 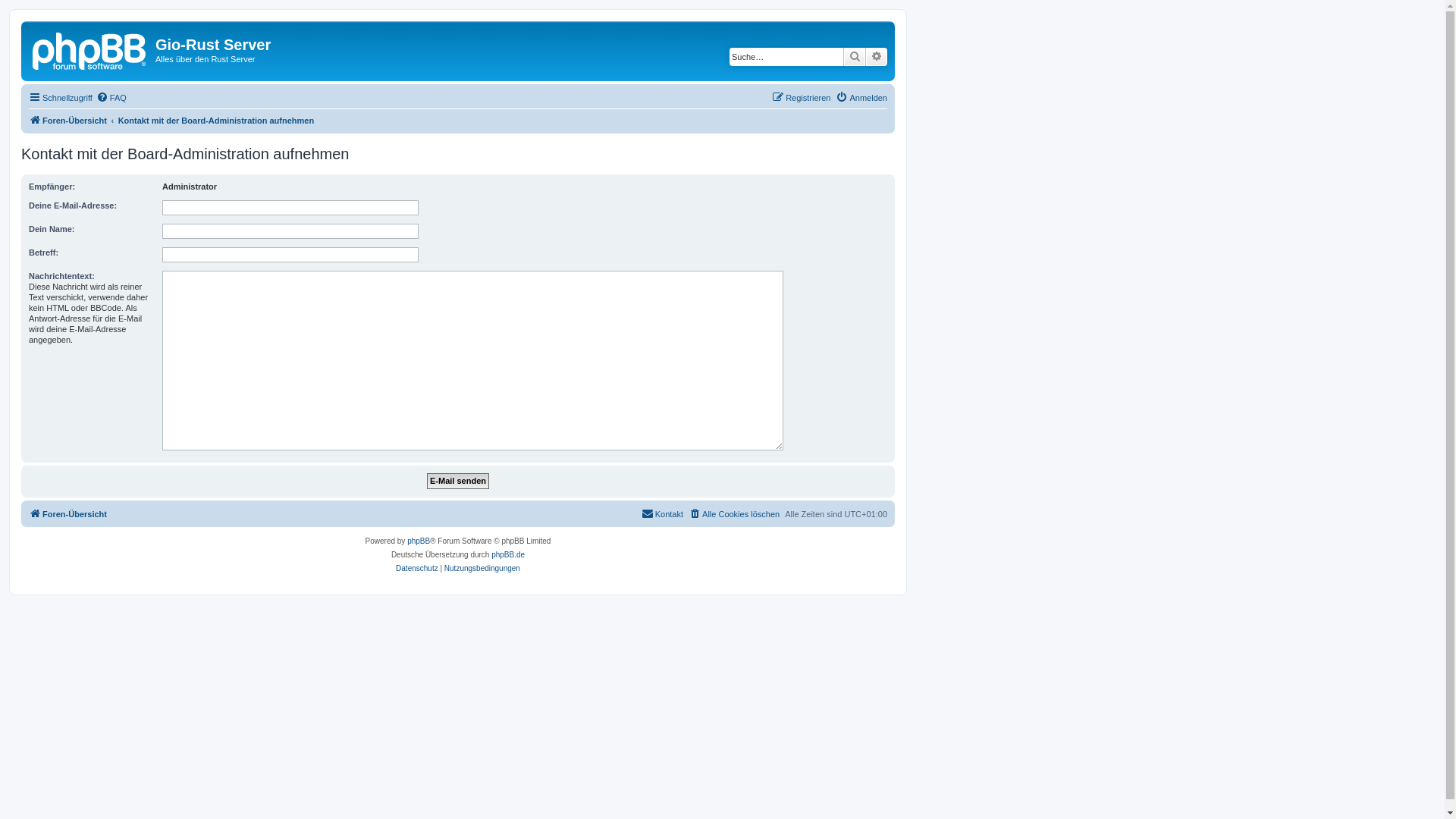 What do you see at coordinates (866, 55) in the screenshot?
I see `'Erweiterte Suche'` at bounding box center [866, 55].